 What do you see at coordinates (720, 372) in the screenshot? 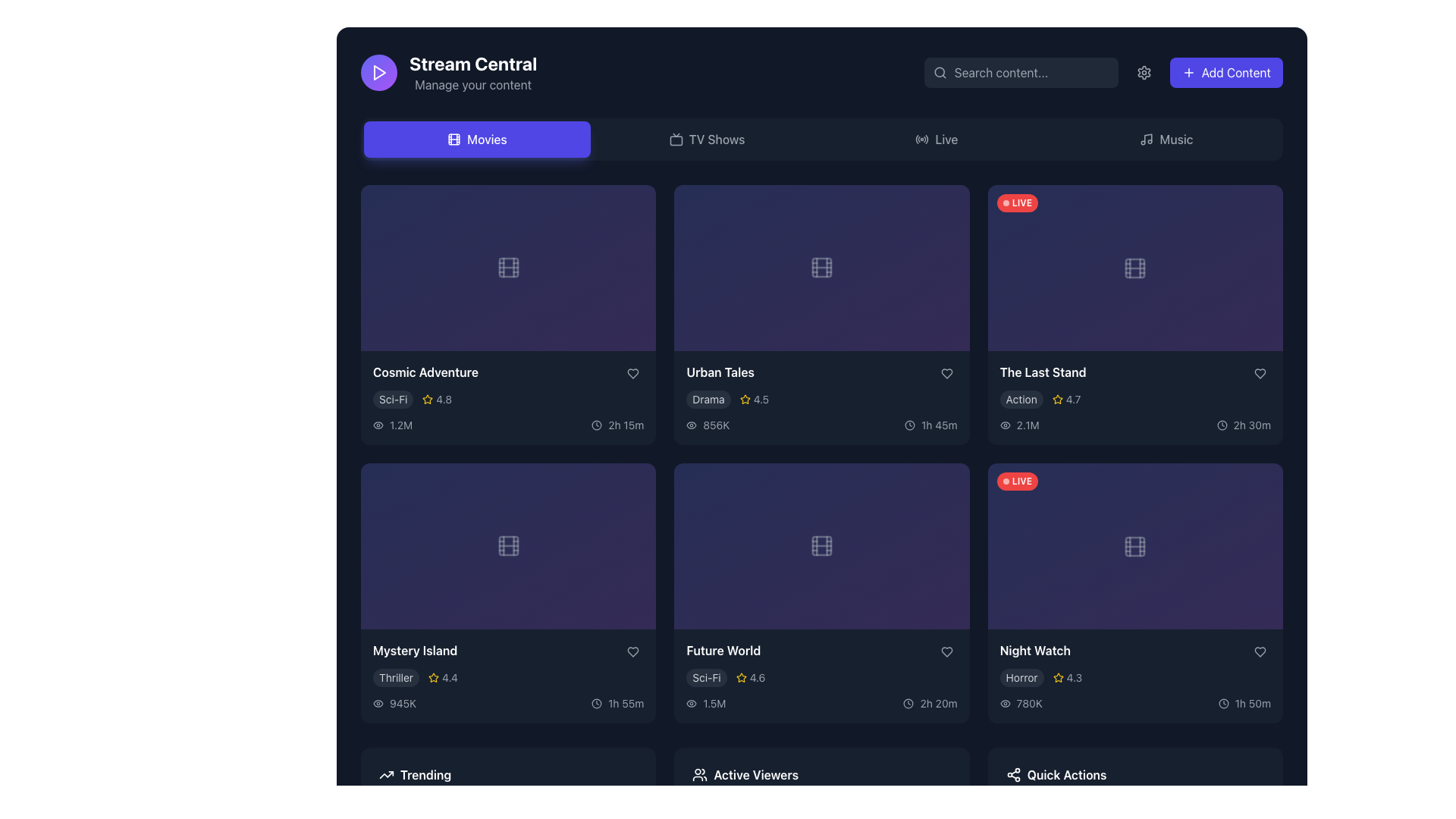
I see `the 'Urban Tales' text label, which is displayed in bold white font within a dark-themed interface, located in the top-middle section under a thumbnail image` at bounding box center [720, 372].